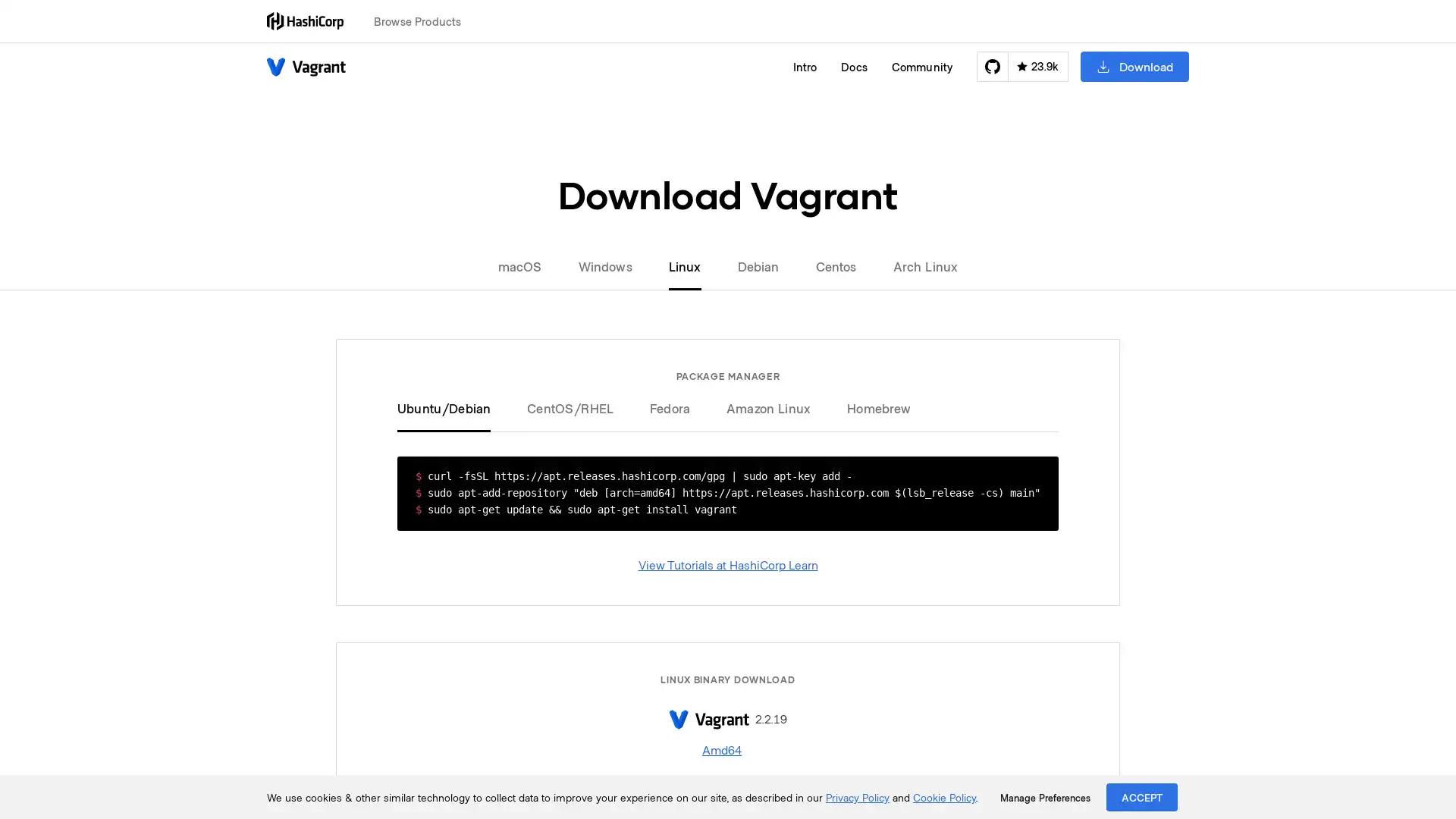  I want to click on Arch Linux, so click(915, 265).